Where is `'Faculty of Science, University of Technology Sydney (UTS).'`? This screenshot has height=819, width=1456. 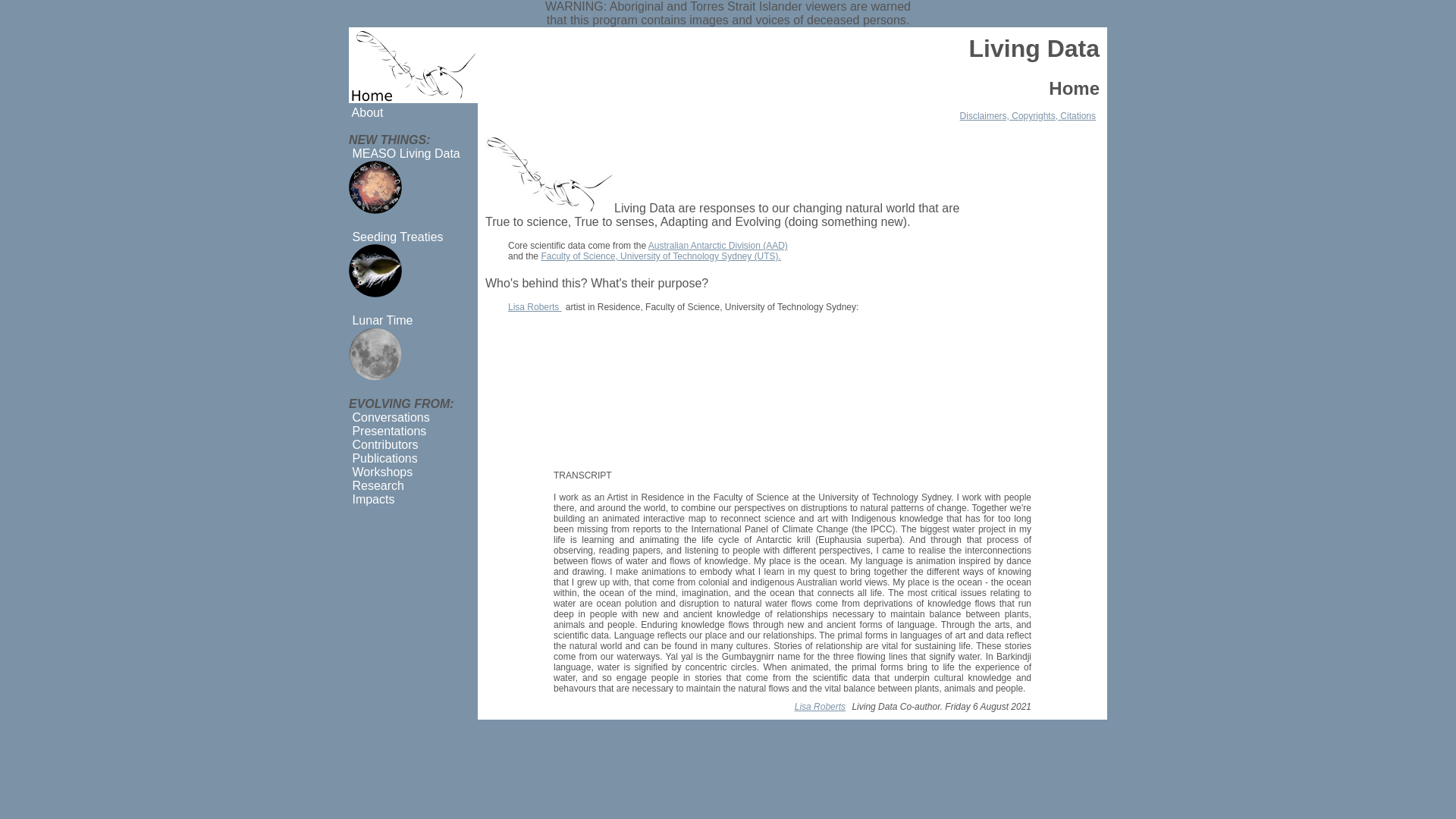
'Faculty of Science, University of Technology Sydney (UTS).' is located at coordinates (662, 256).